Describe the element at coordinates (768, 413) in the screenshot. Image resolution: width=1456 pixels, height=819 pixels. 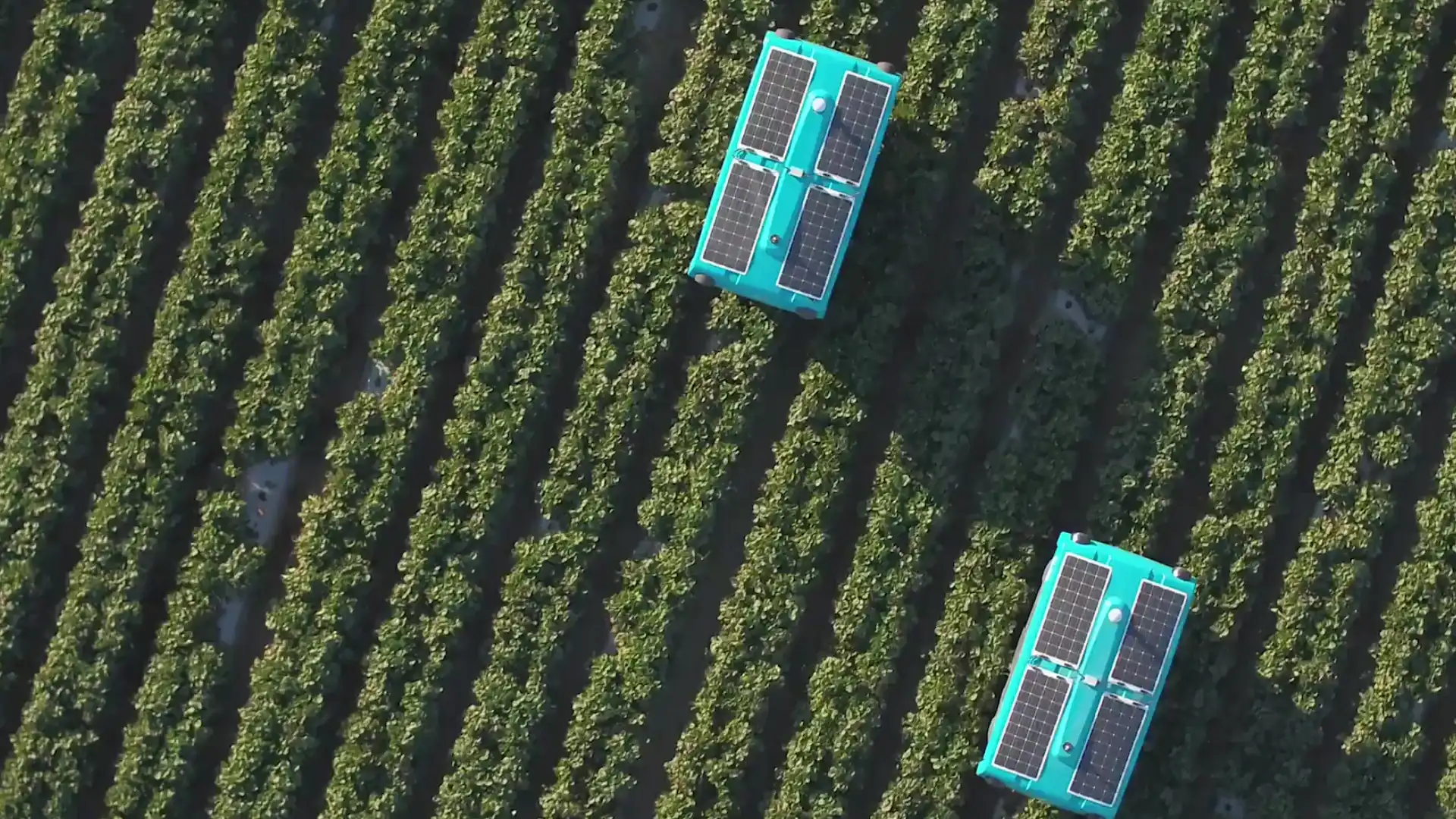
I see `Helping out after disasters After devastating floods in Peru and Hurricane Maria in Puerto Rico, Project Loon flies in to provide basic connectivity and help people get access to vital information and basic communication tools.` at that location.